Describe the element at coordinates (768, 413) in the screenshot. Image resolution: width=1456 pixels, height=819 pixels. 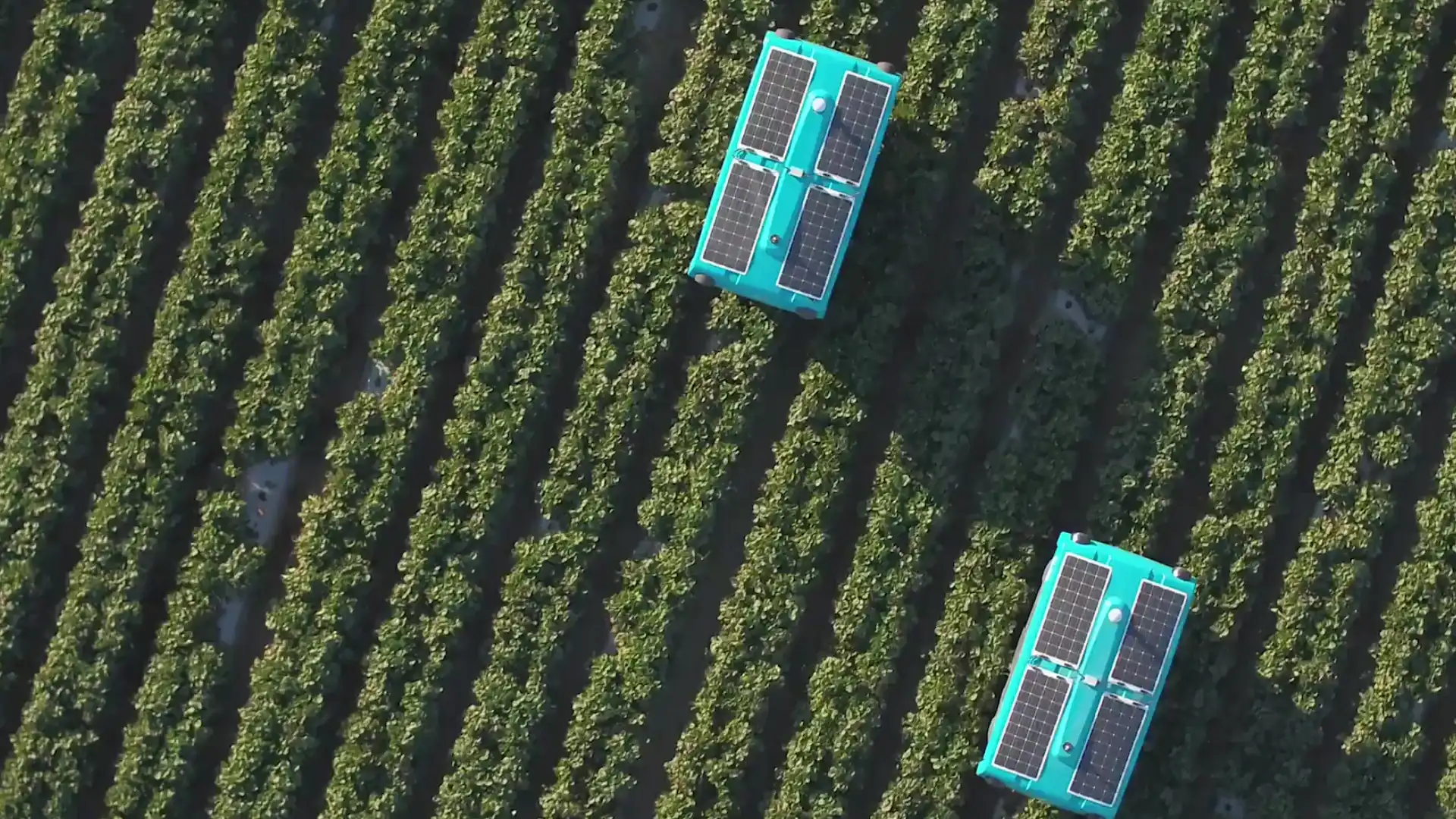
I see `Helping out after disasters After devastating floods in Peru and Hurricane Maria in Puerto Rico, Project Loon flies in to provide basic connectivity and help people get access to vital information and basic communication tools.` at that location.